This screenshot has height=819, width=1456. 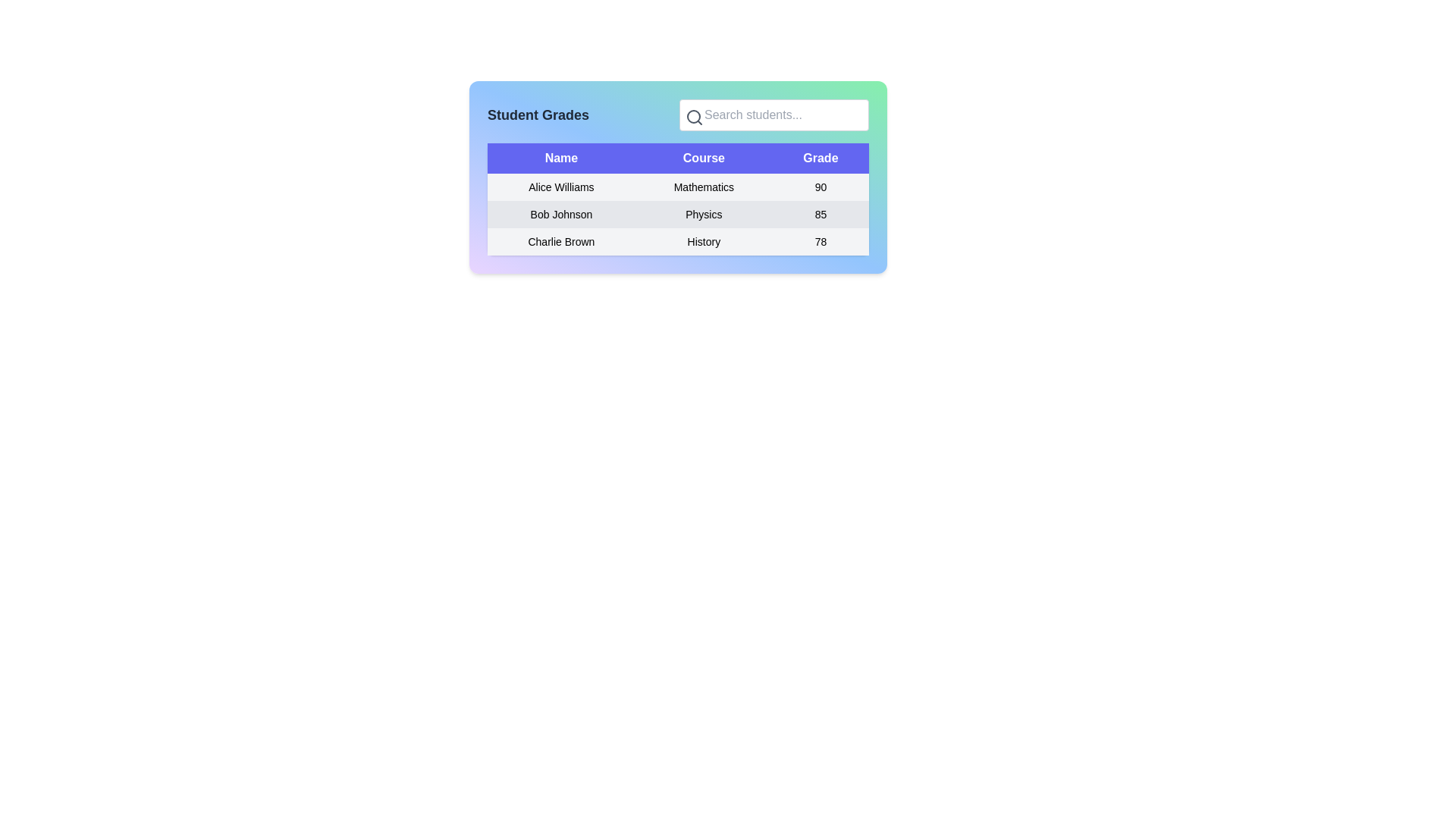 I want to click on the 'Name' label, which is a rectangular header with white text on a purple background, located at the upper-left corner of the table, so click(x=560, y=158).